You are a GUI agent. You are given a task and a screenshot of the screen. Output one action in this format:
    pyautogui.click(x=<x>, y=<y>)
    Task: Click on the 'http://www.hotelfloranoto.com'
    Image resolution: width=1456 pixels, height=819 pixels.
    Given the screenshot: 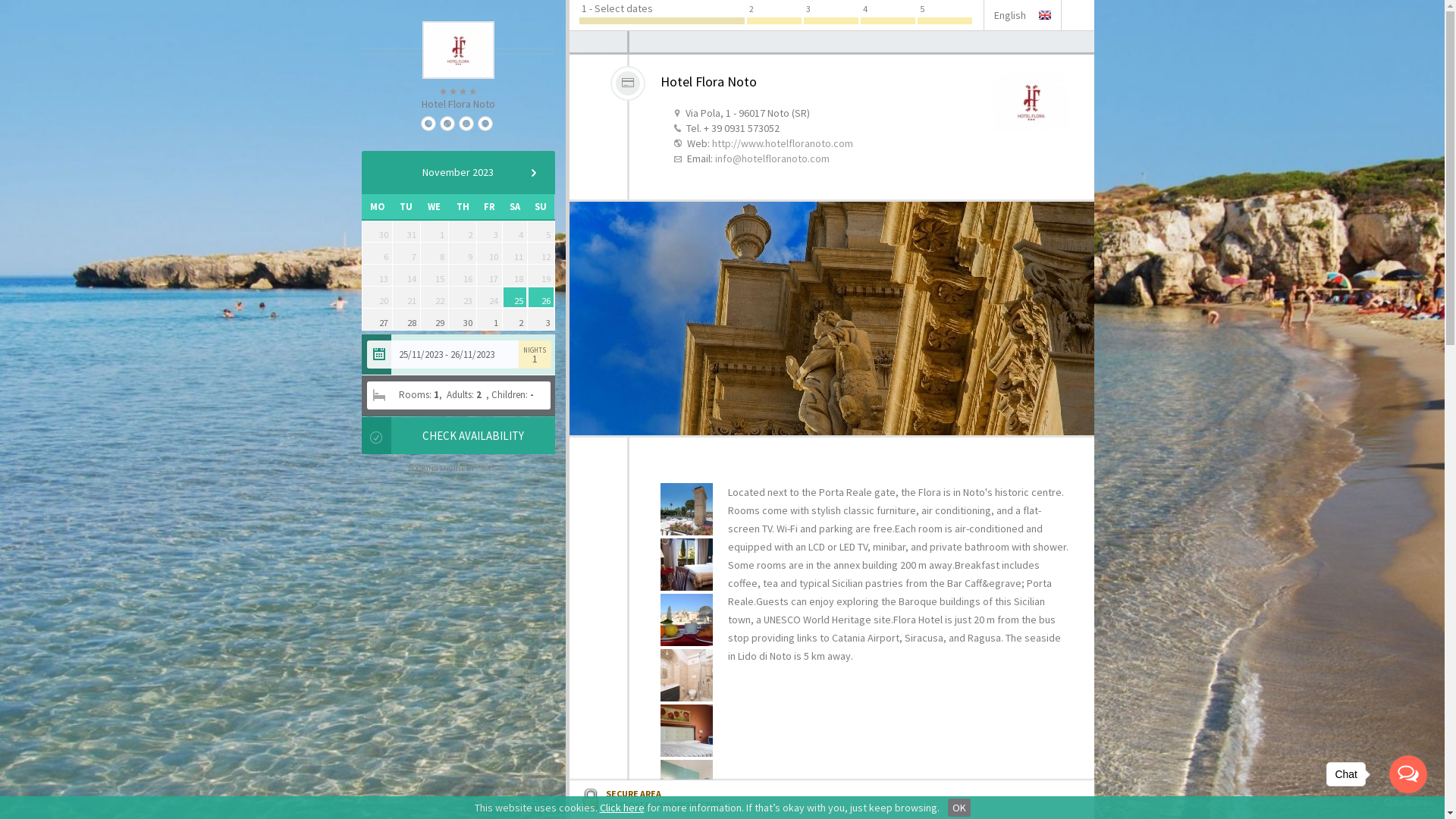 What is the action you would take?
    pyautogui.click(x=710, y=143)
    